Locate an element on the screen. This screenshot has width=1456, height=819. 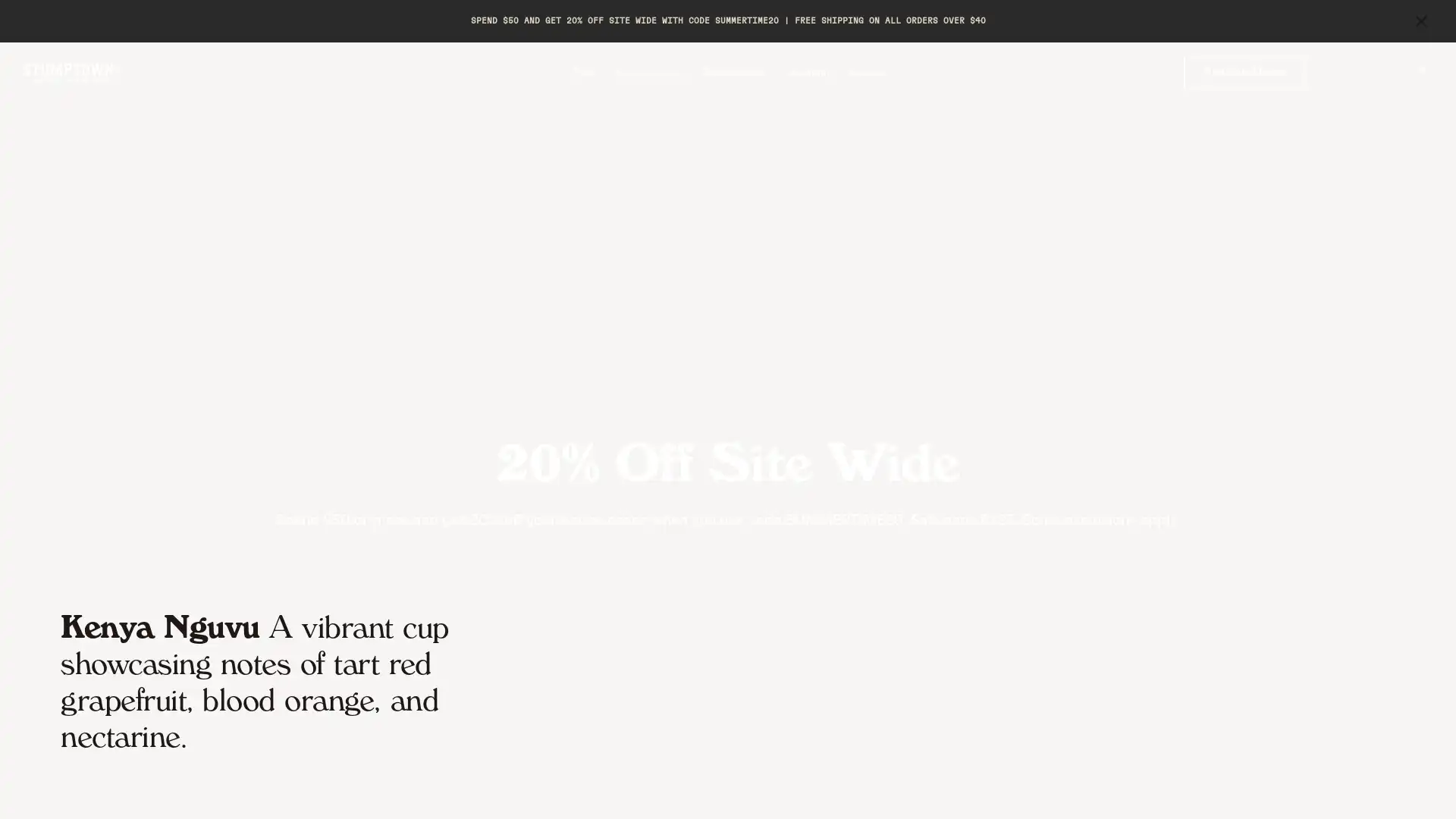
Next Slide is located at coordinates (1417, 788).